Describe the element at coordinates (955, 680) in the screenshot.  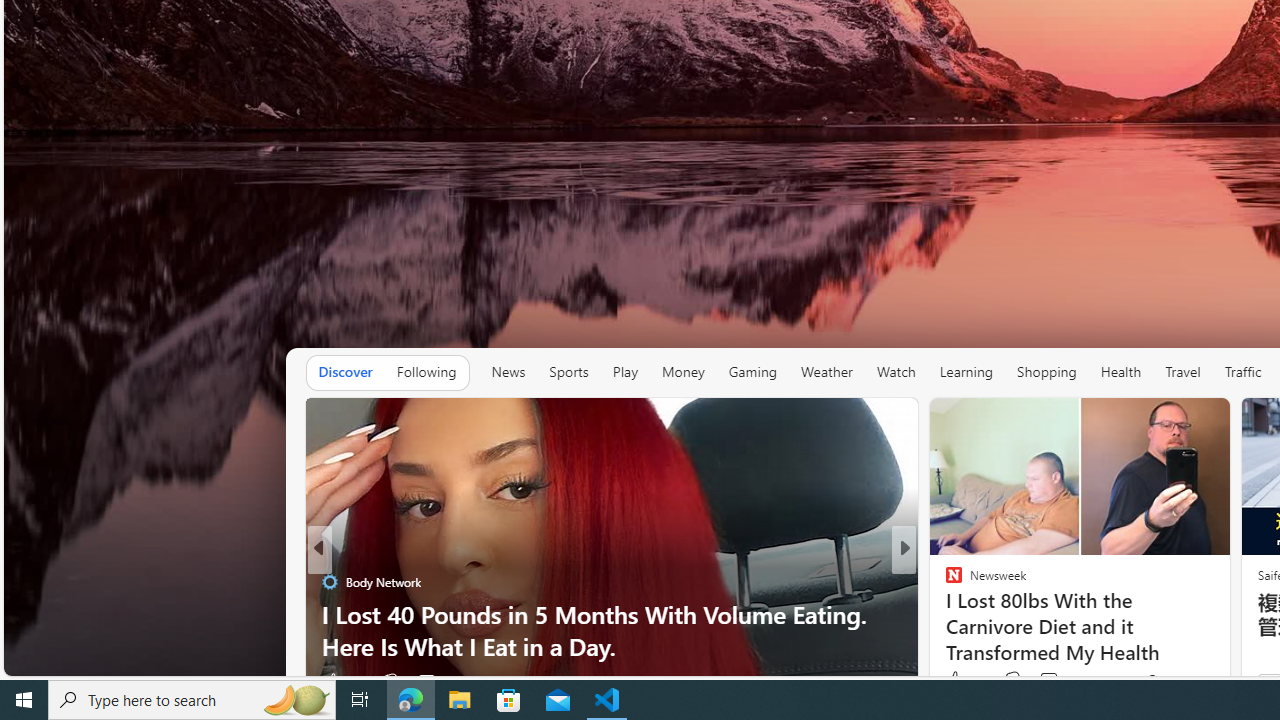
I see `'57 Like'` at that location.